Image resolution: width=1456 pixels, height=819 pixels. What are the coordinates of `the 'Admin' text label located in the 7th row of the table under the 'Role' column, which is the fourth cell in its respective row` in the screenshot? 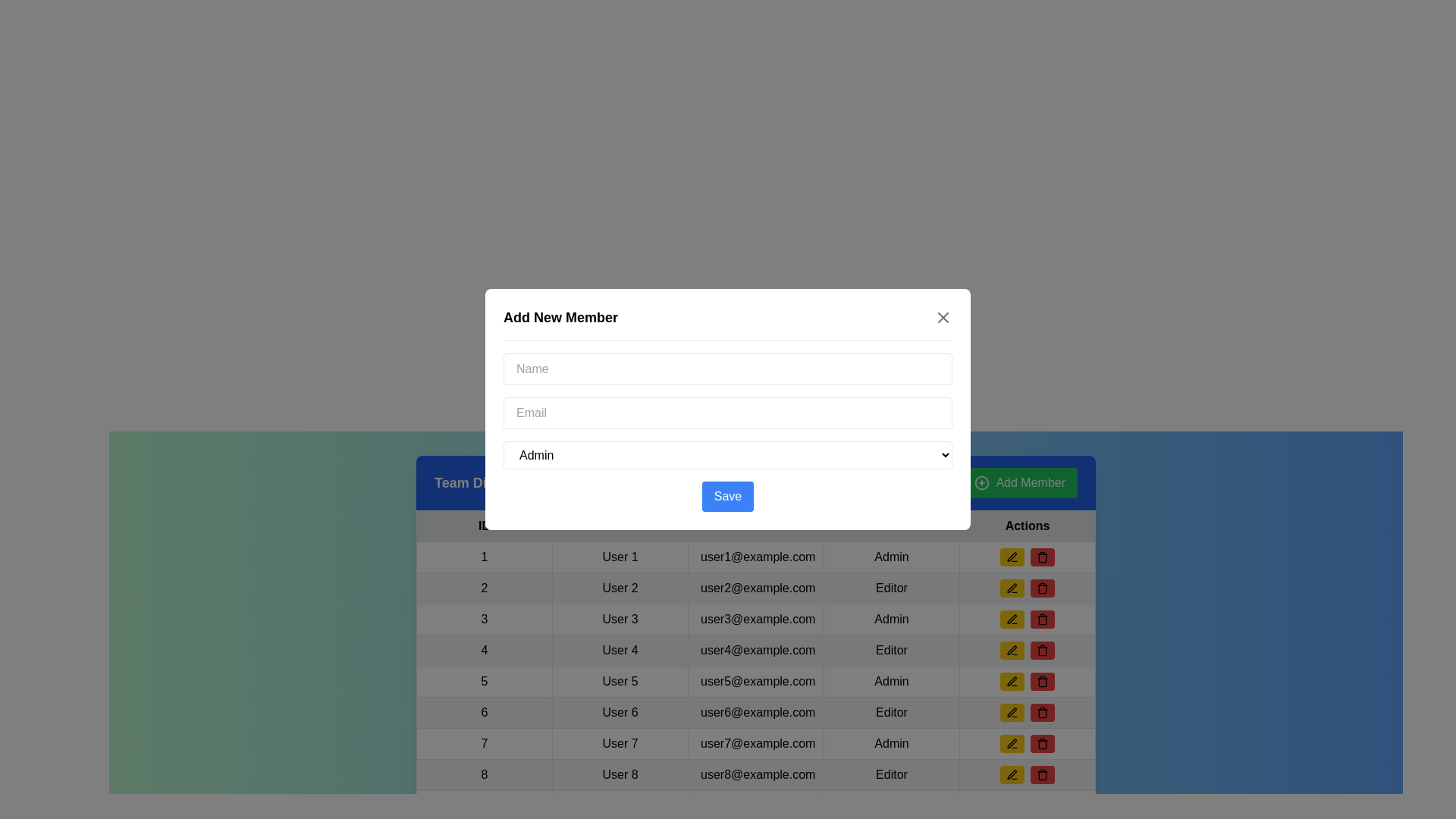 It's located at (892, 742).